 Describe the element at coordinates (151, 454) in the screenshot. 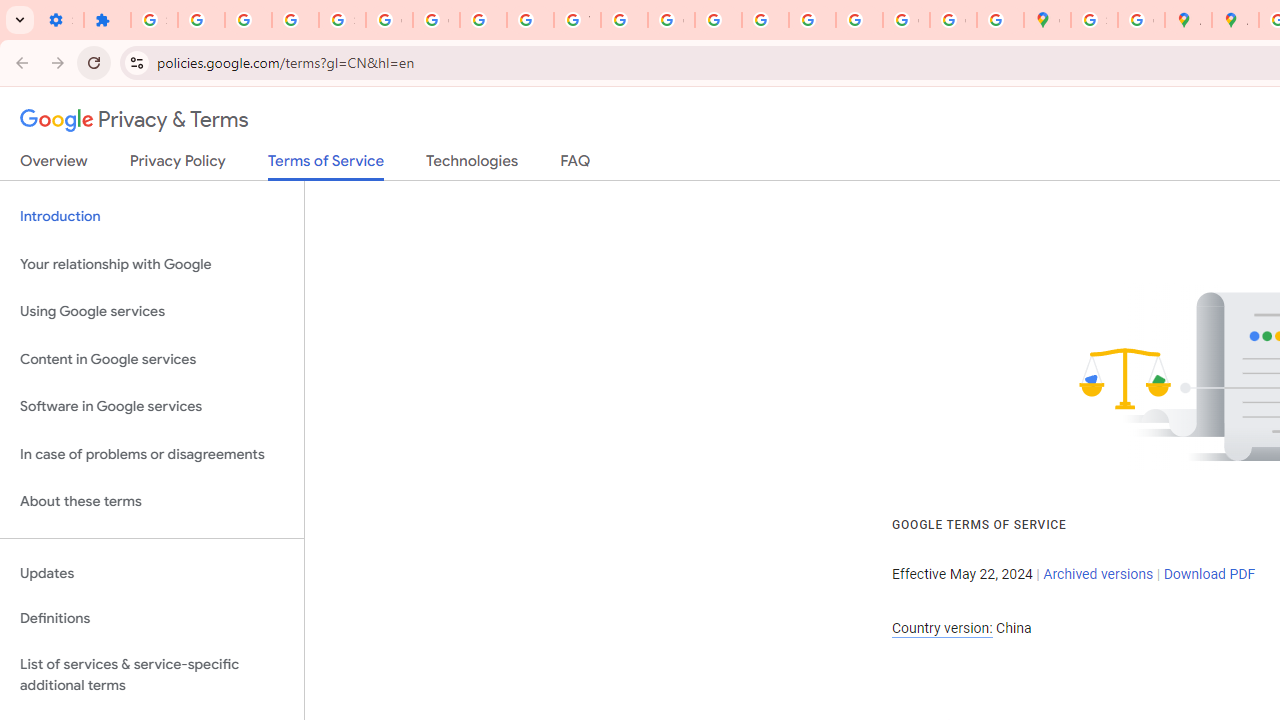

I see `'In case of problems or disagreements'` at that location.